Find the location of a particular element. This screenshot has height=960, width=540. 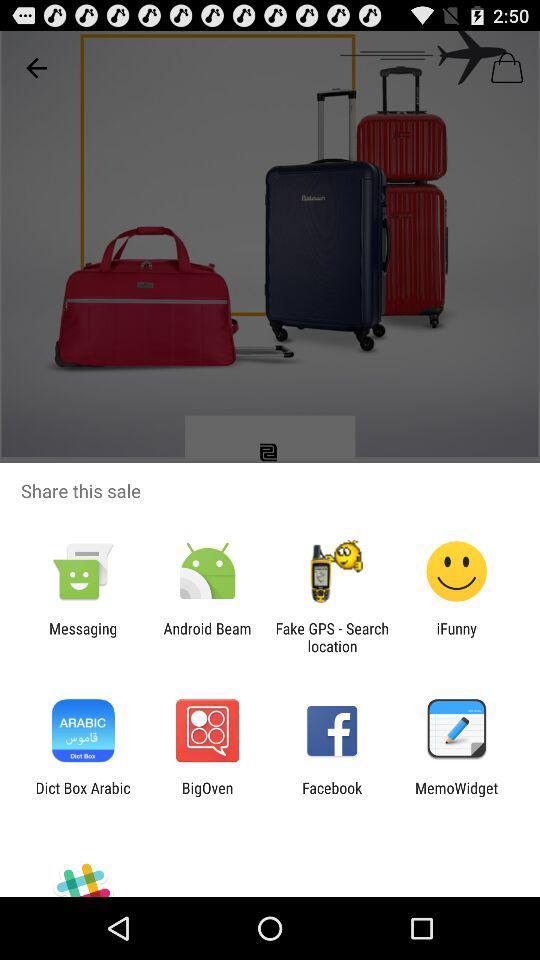

the app next to the facebook is located at coordinates (206, 796).